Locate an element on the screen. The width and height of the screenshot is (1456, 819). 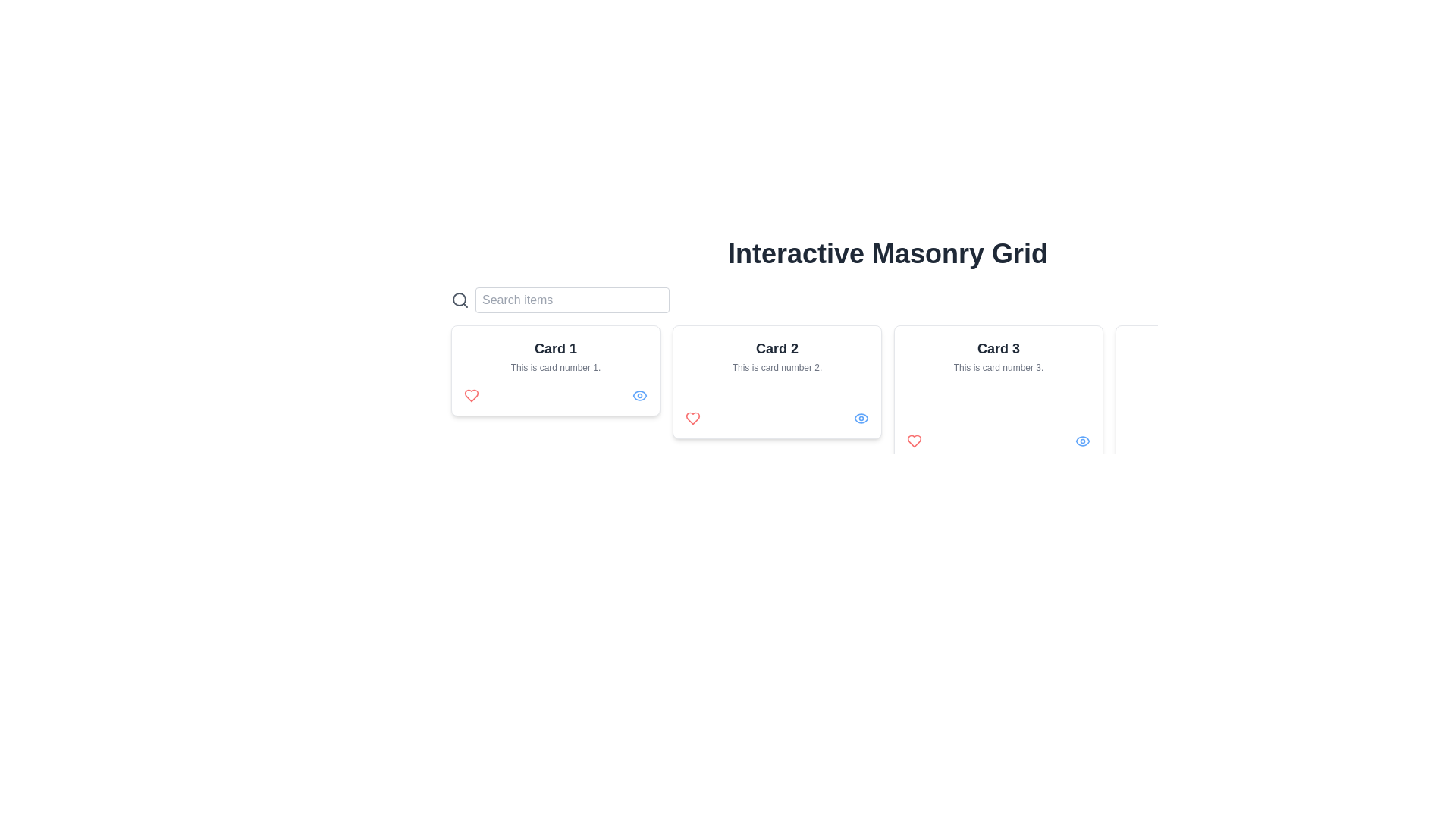
the circular blue button resembling an eye icon located in the bottom-right corner of 'Card 1' to trigger the tooltip or hover effect is located at coordinates (640, 394).